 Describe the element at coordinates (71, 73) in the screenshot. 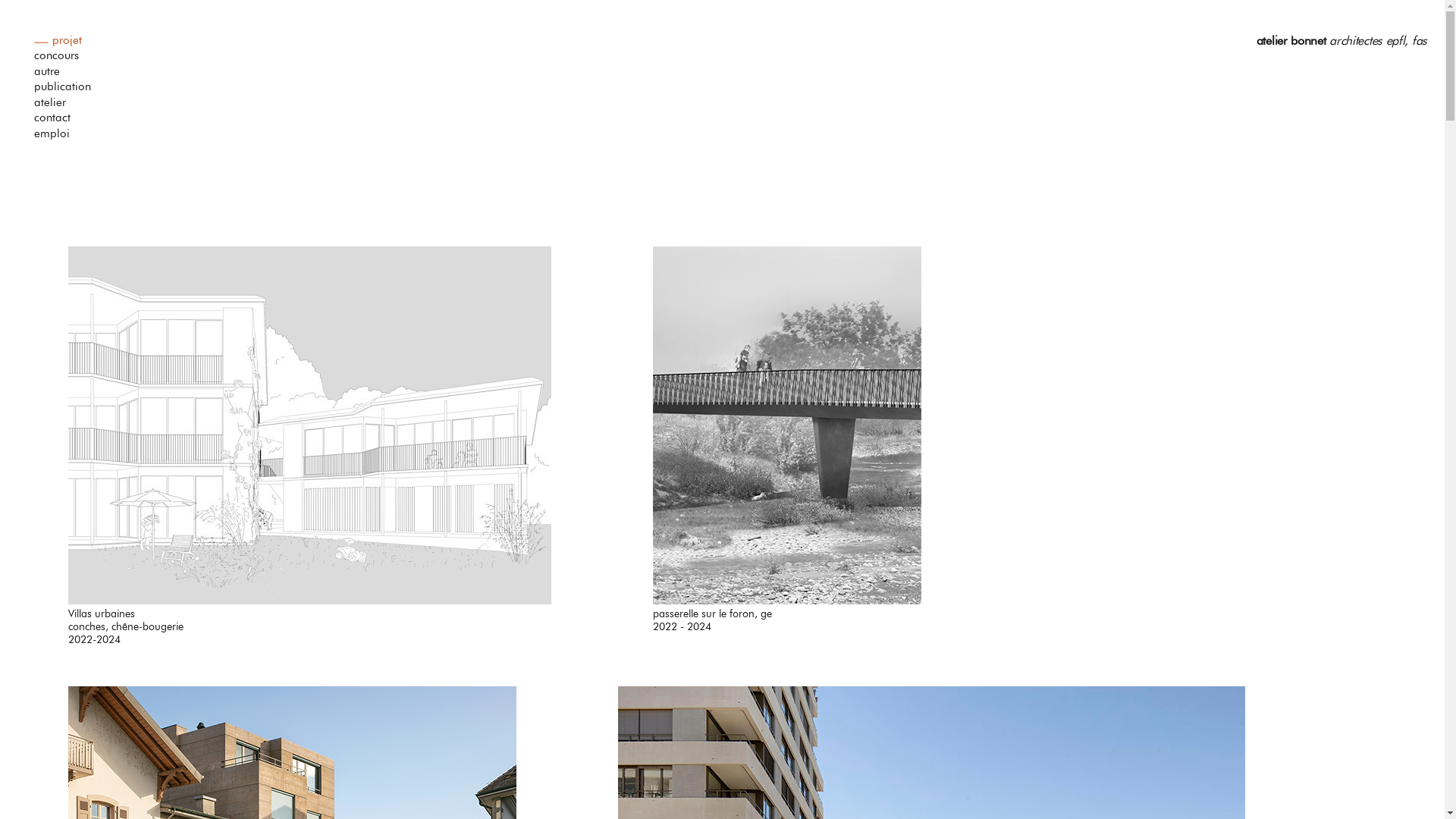

I see `'autre'` at that location.